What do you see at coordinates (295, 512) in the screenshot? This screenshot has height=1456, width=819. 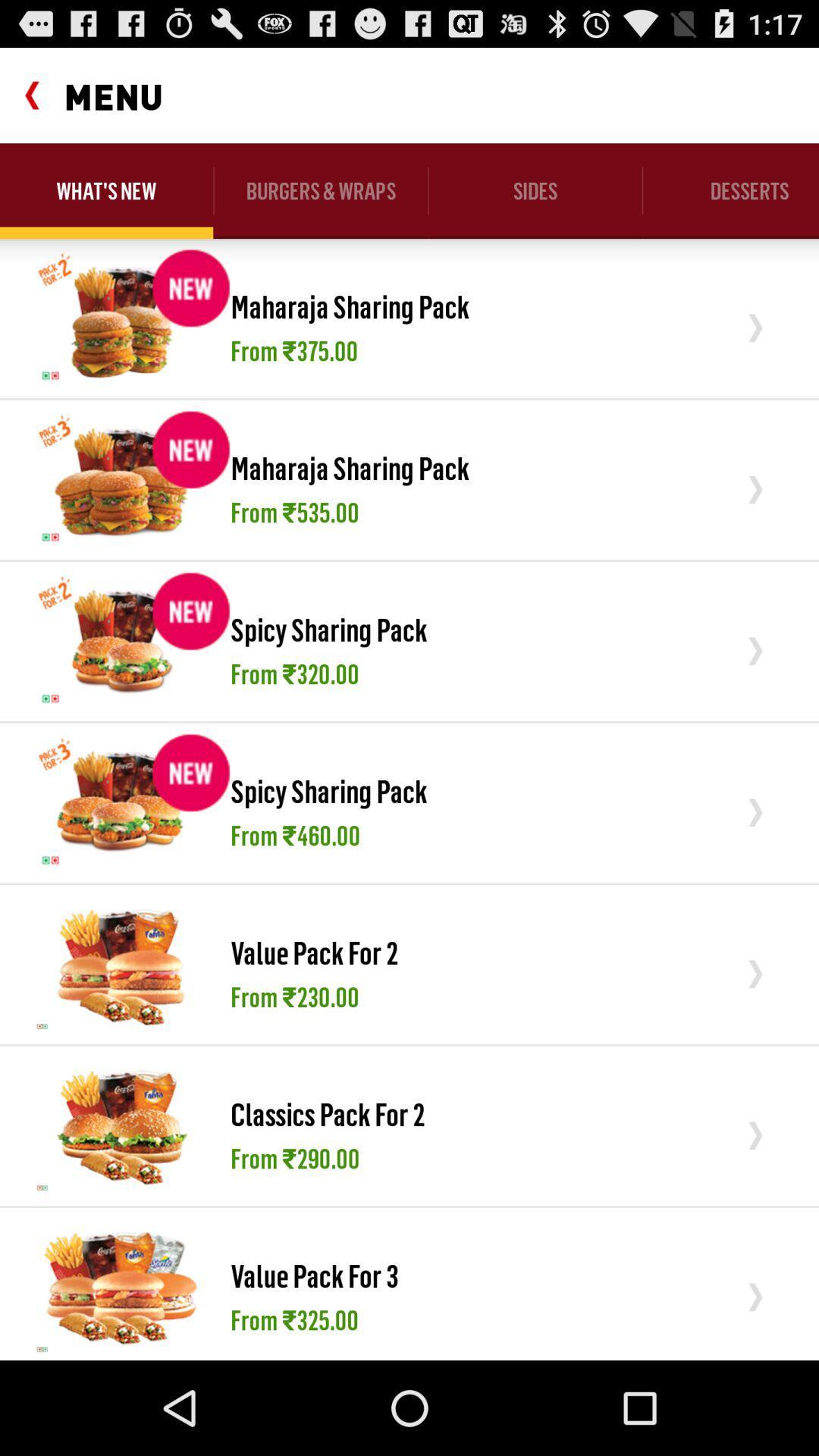 I see `the icon below maharaja sharing pack item` at bounding box center [295, 512].